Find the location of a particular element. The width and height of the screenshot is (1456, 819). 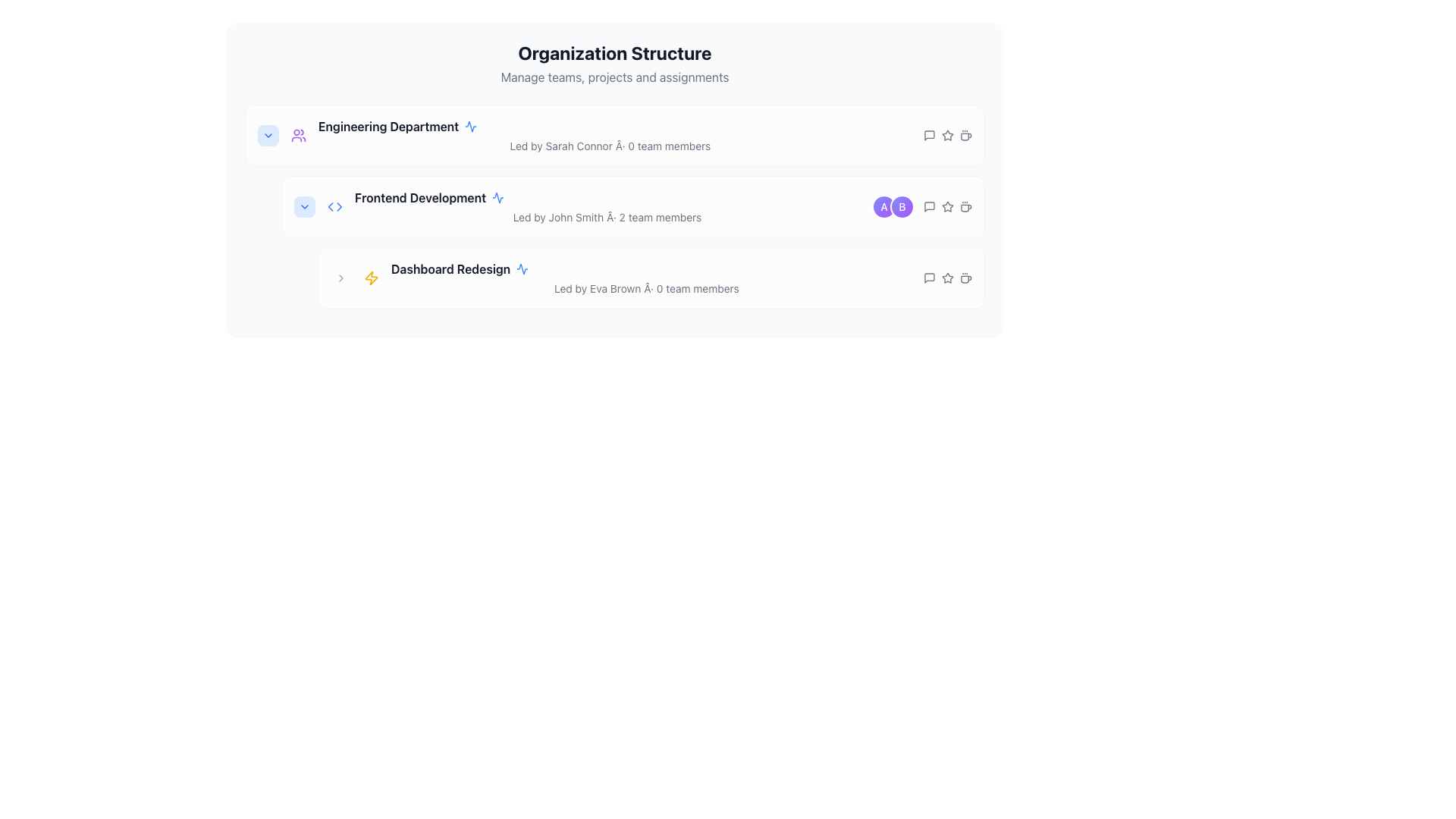

the third icon from the left, which serves as a rating or favorite marker, located in the second entry of the organizational layout is located at coordinates (946, 207).